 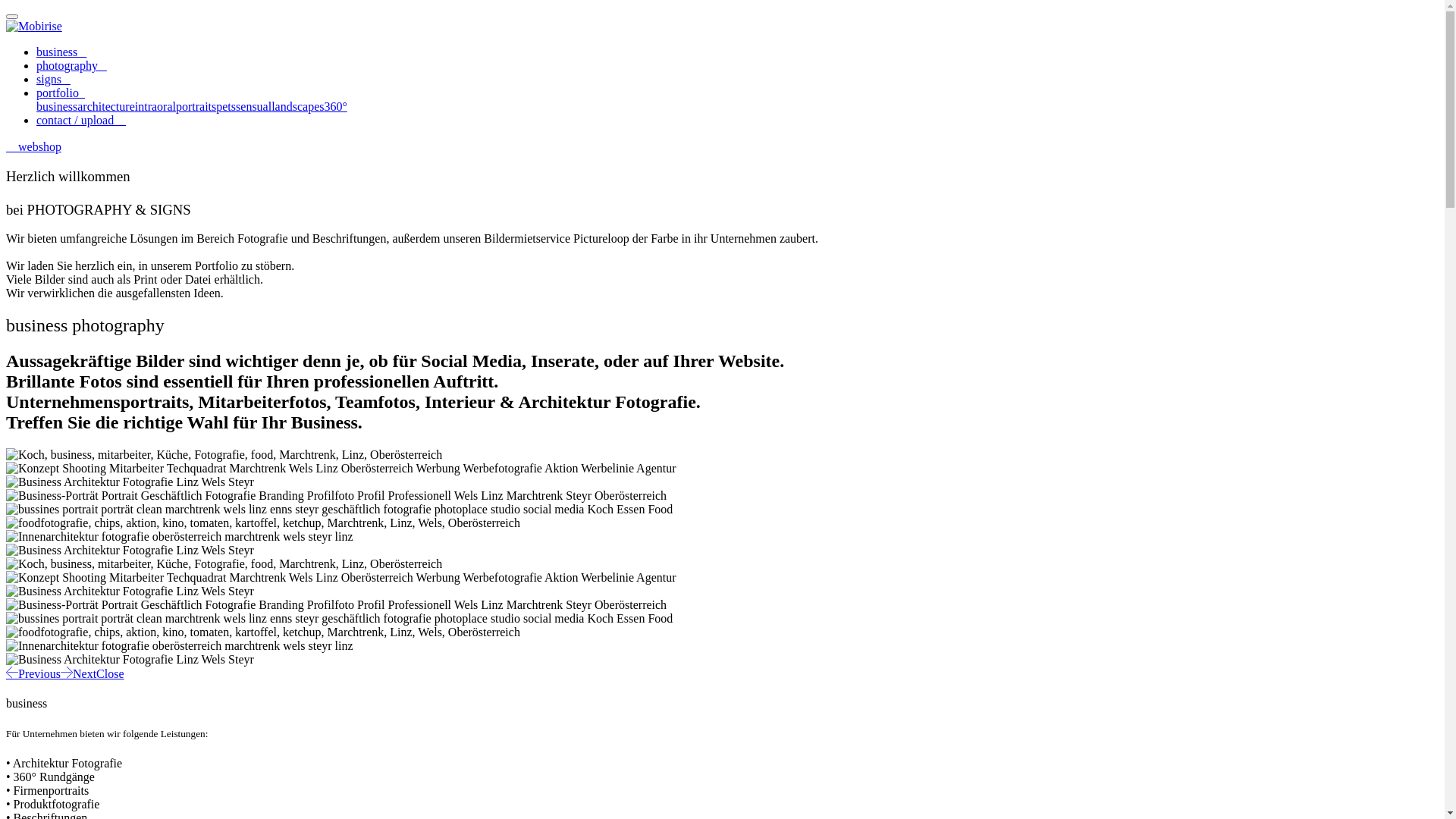 I want to click on 'Next', so click(x=61, y=673).